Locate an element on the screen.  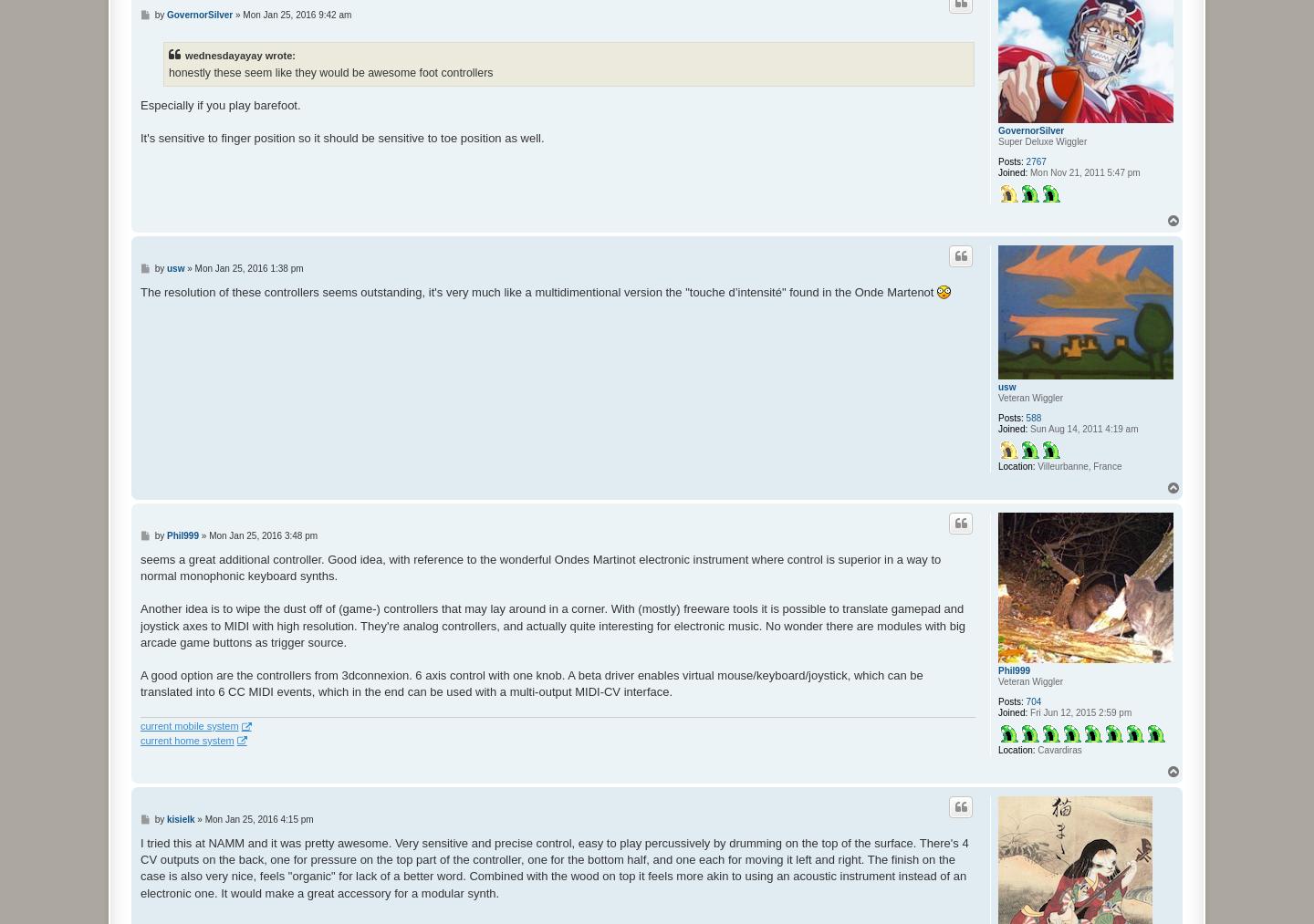
'current mobile system' is located at coordinates (189, 726).